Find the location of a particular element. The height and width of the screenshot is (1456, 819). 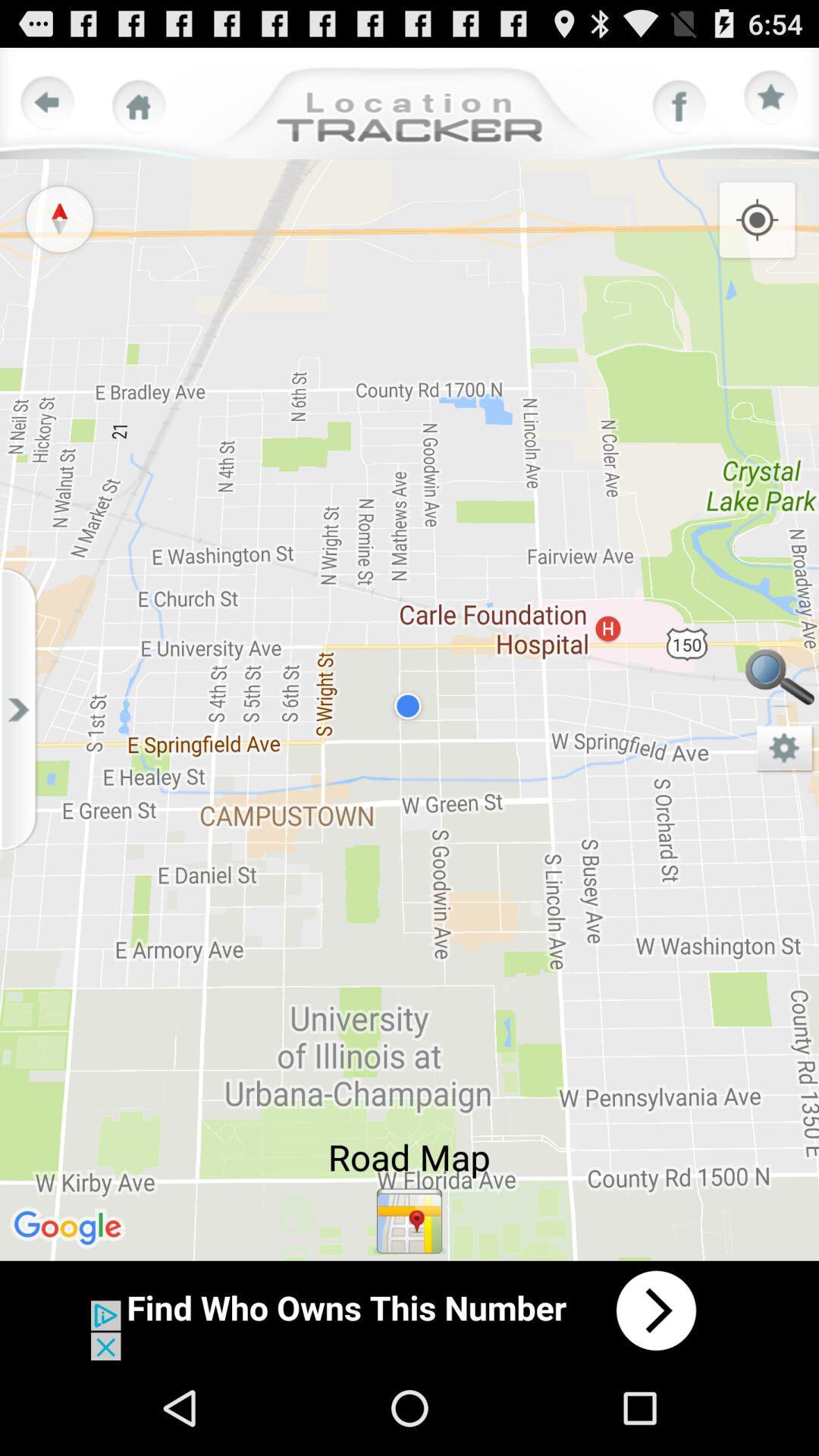

go back is located at coordinates (46, 102).